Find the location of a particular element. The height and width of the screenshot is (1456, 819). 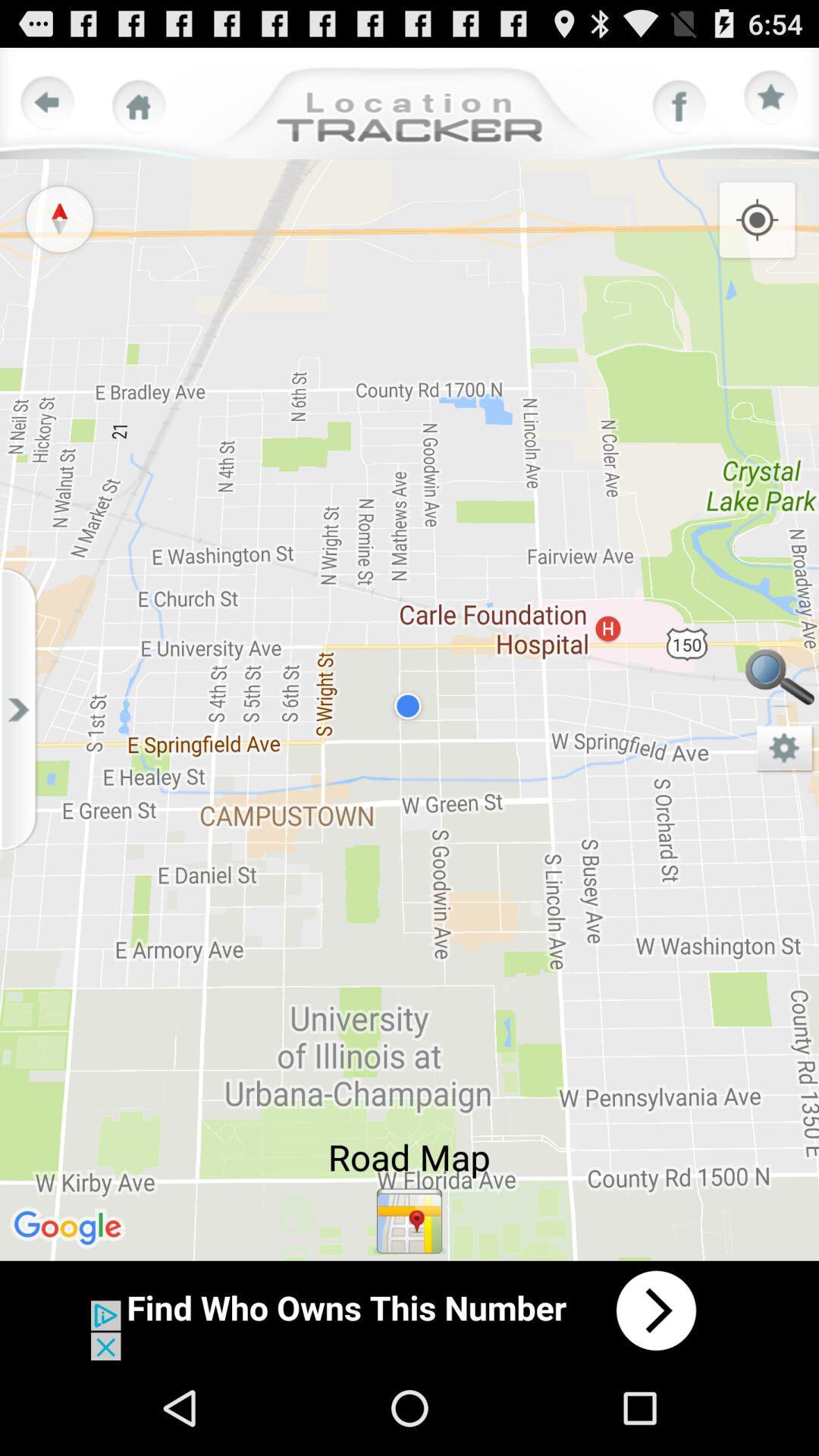

go back is located at coordinates (46, 102).